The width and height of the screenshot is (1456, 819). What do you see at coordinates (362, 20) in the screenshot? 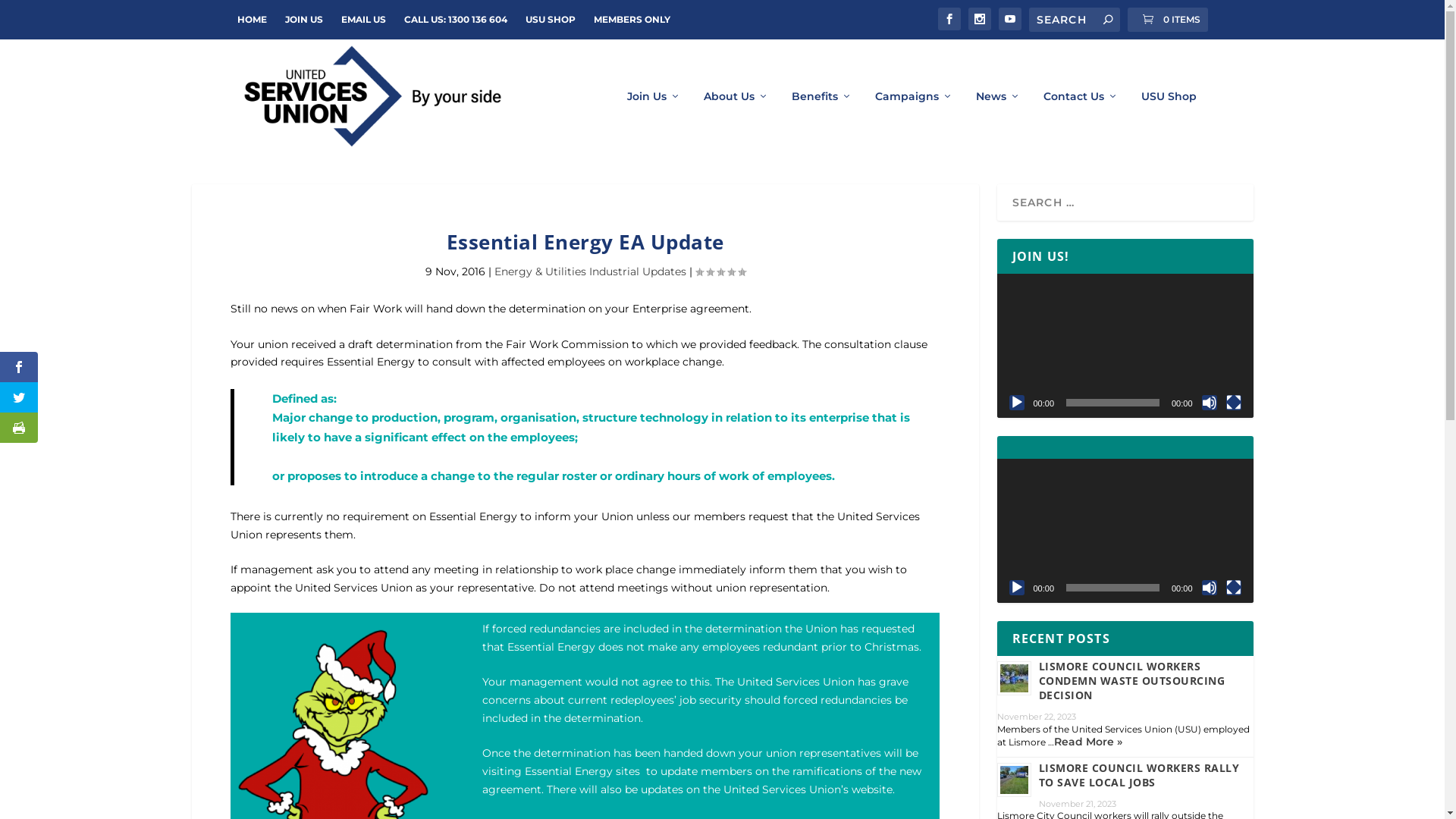
I see `'EMAIL US'` at bounding box center [362, 20].